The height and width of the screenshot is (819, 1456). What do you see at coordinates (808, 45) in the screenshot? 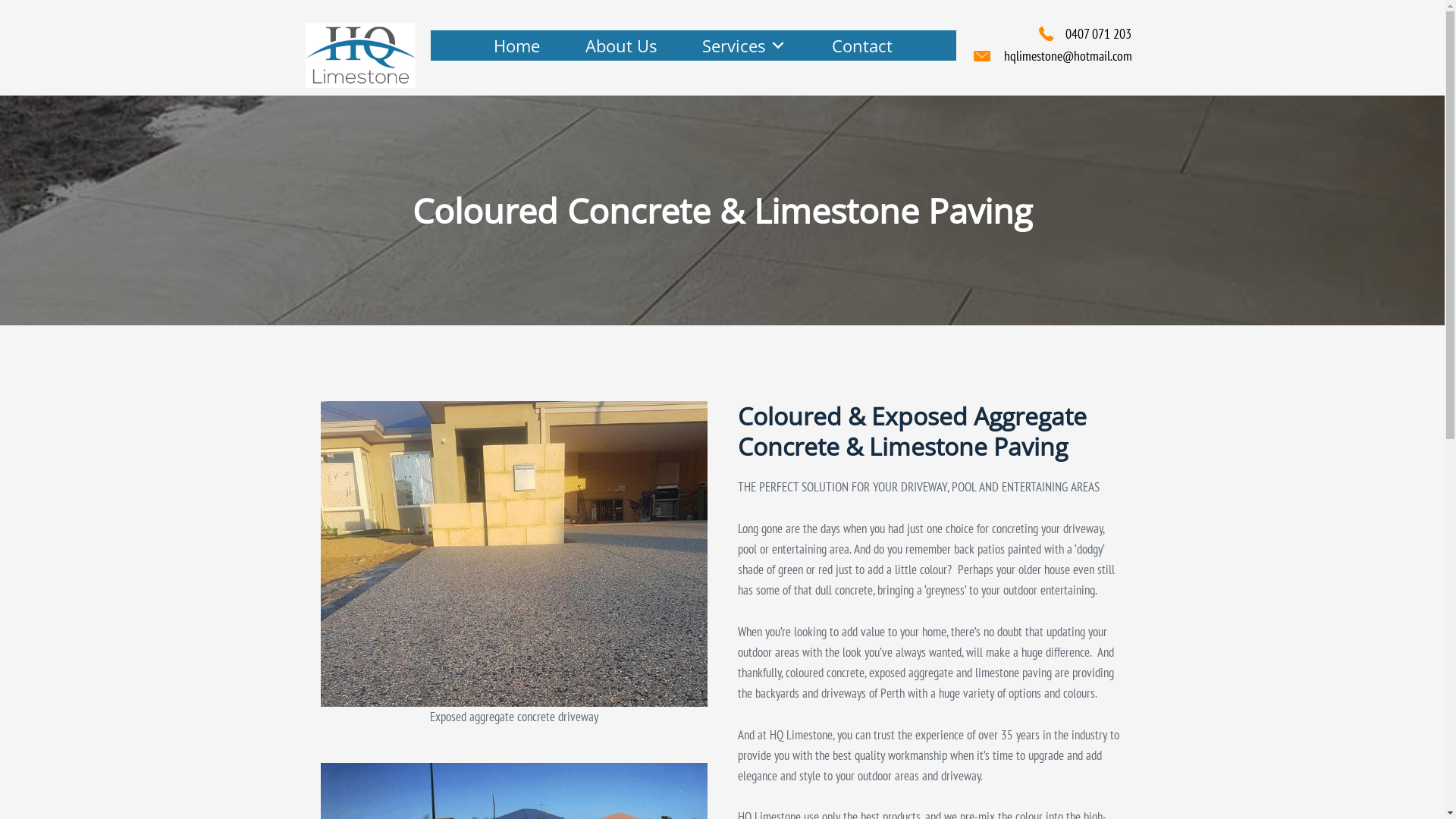
I see `'Contact'` at bounding box center [808, 45].